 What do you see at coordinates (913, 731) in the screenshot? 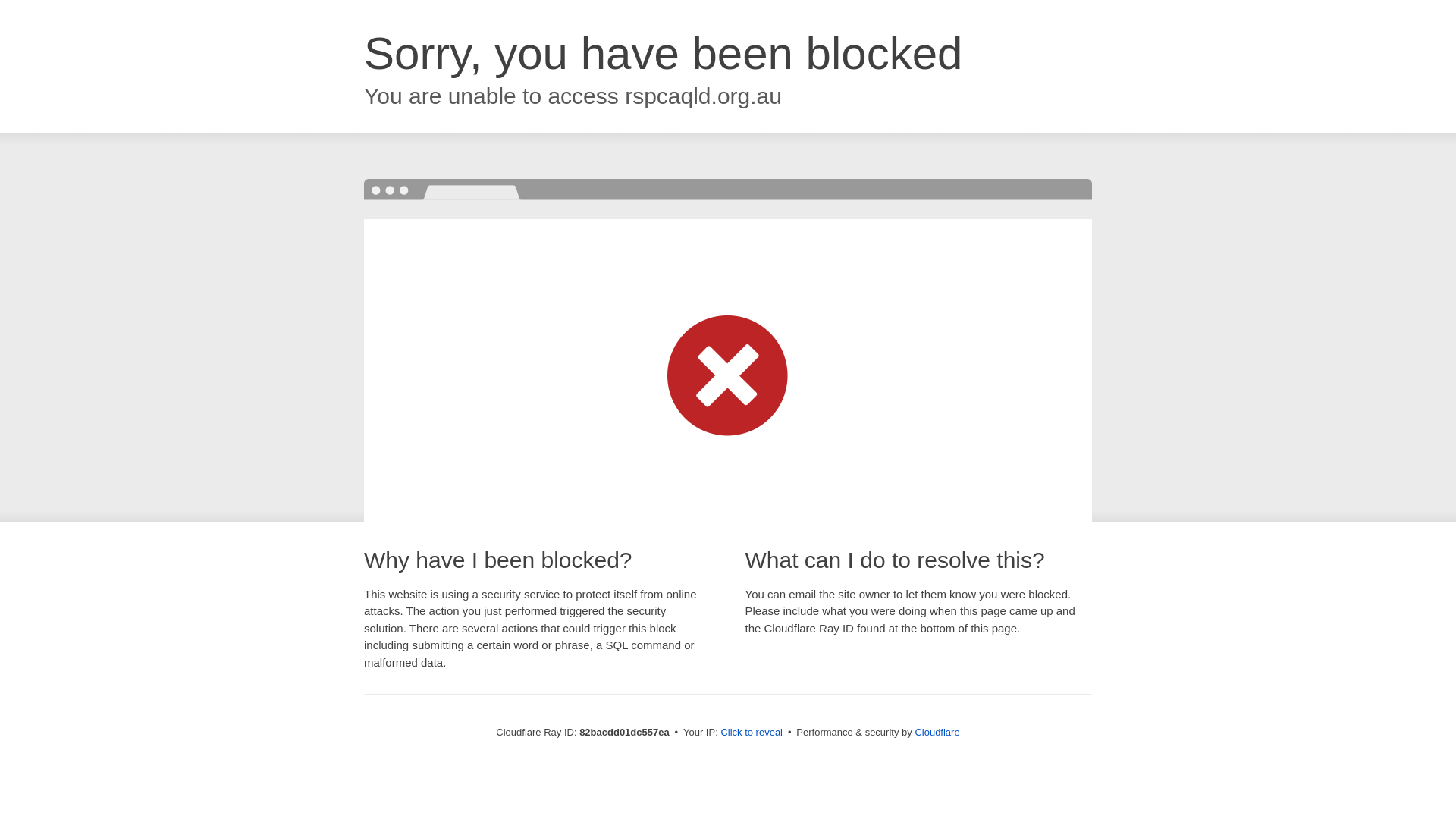
I see `'Cloudflare'` at bounding box center [913, 731].